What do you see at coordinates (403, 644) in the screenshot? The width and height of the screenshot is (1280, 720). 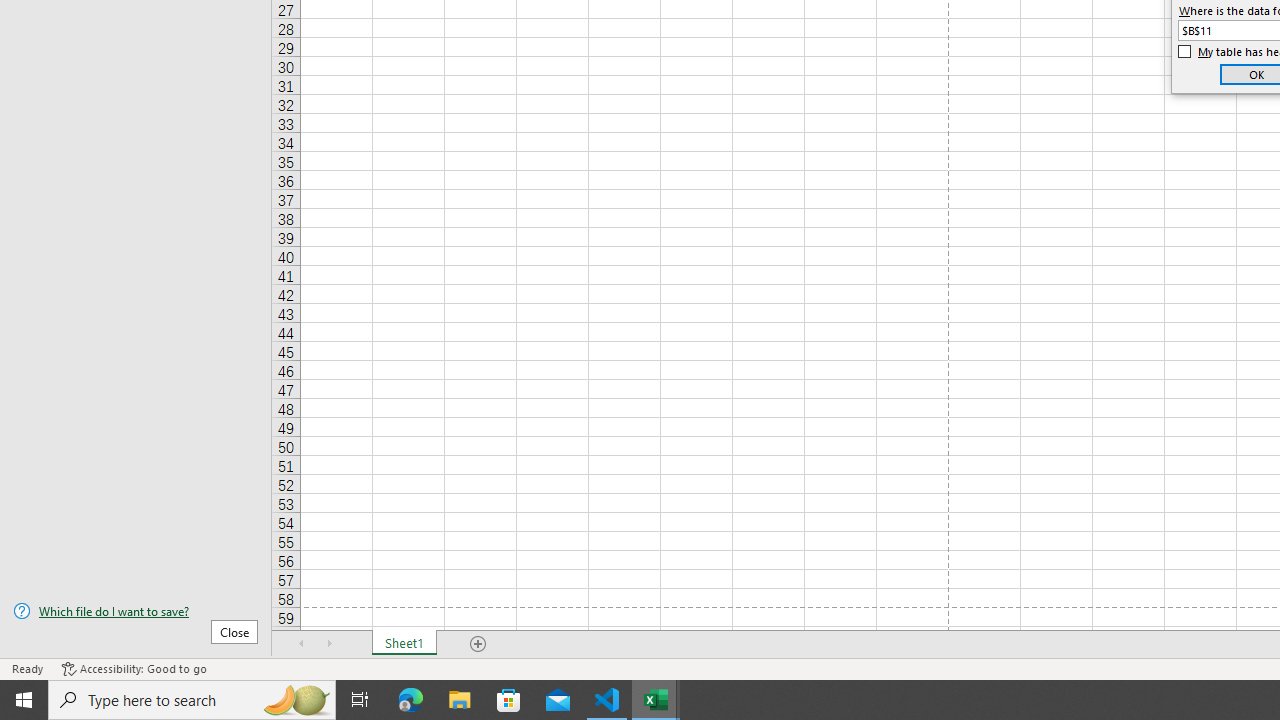 I see `'Sheet1'` at bounding box center [403, 644].